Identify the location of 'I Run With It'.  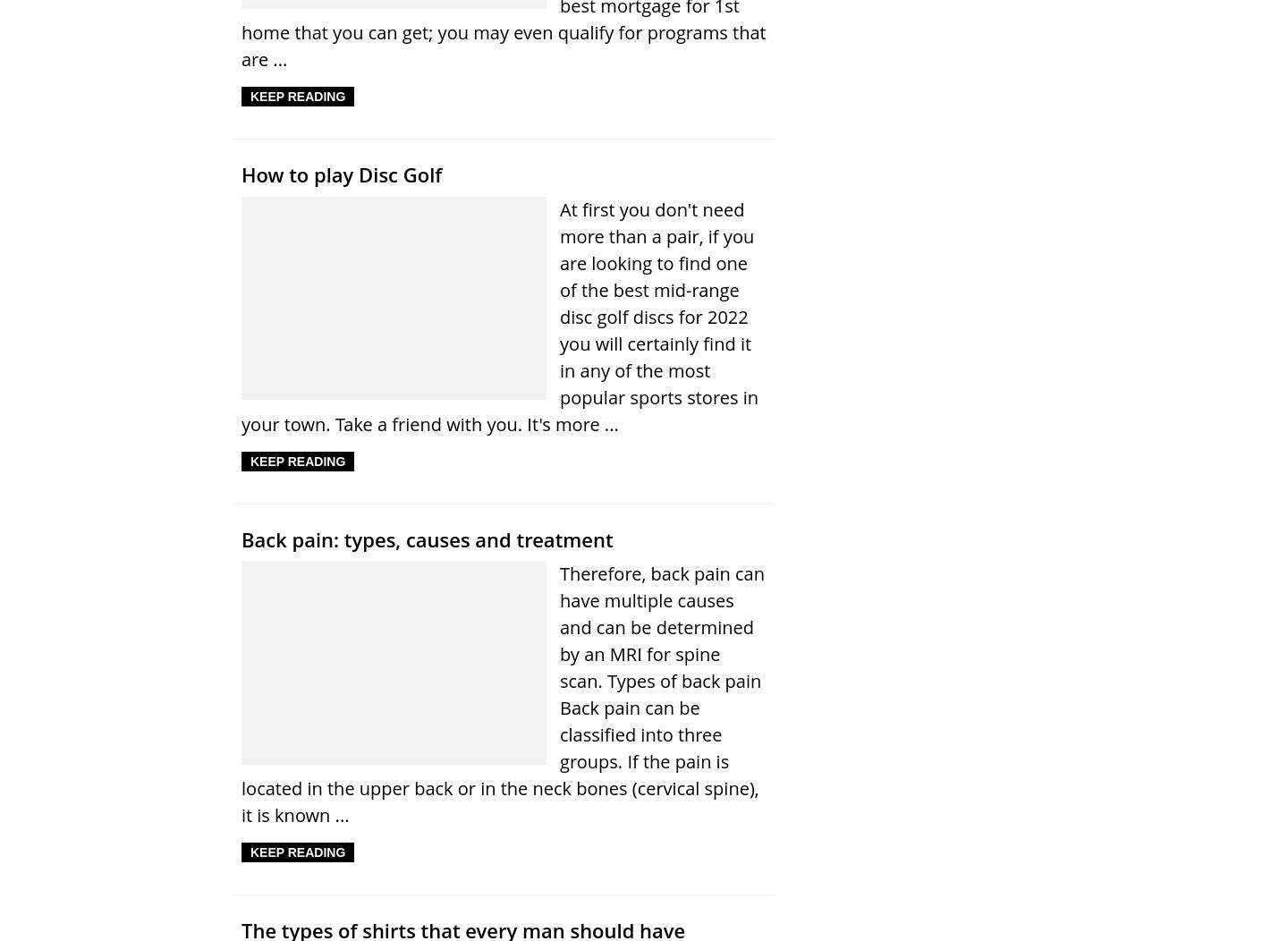
(241, 262).